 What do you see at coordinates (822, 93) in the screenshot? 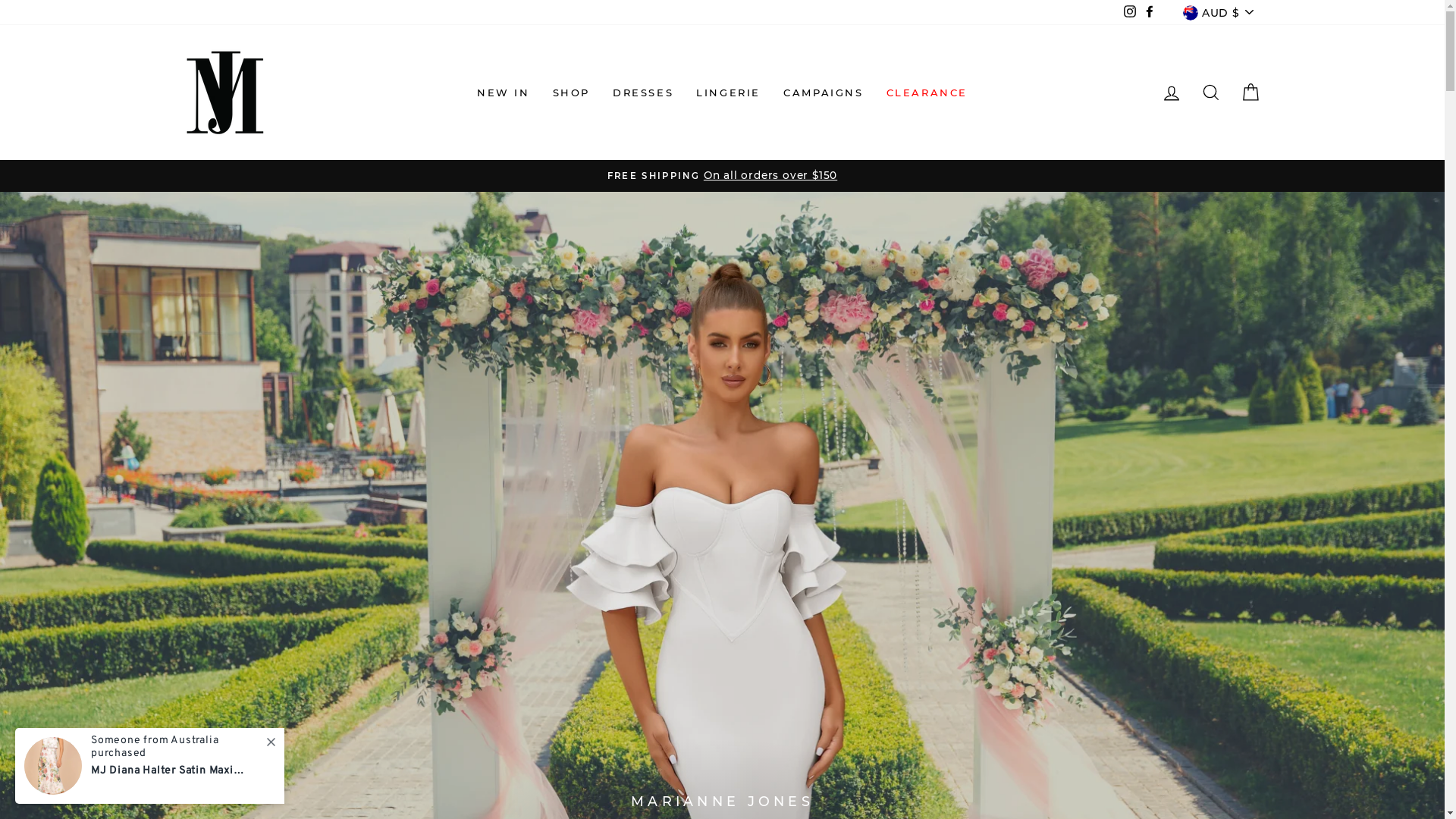
I see `'CAMPAIGNS'` at bounding box center [822, 93].